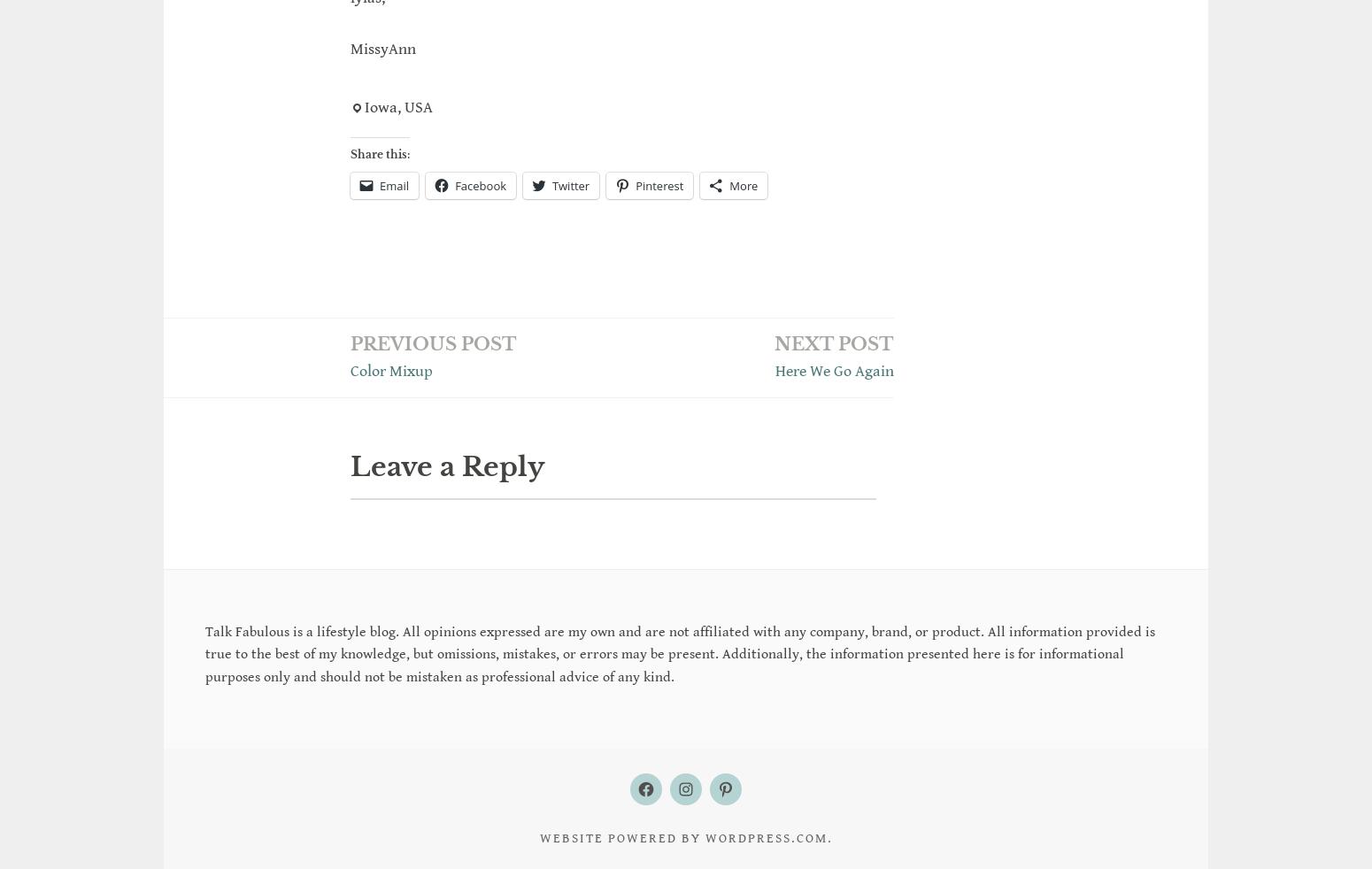  Describe the element at coordinates (680, 800) in the screenshot. I see `'Talk Fabulous is a lifestyle blog. All opinions expressed are my own and are not affiliated with any company, brand, or product. All information provided is true to the best of my knowledge, but omissions, mistakes, or errors may be present. Additionally, the information presented here is for informational purposes only and should not be mistaken as professional advice of any kind.'` at that location.